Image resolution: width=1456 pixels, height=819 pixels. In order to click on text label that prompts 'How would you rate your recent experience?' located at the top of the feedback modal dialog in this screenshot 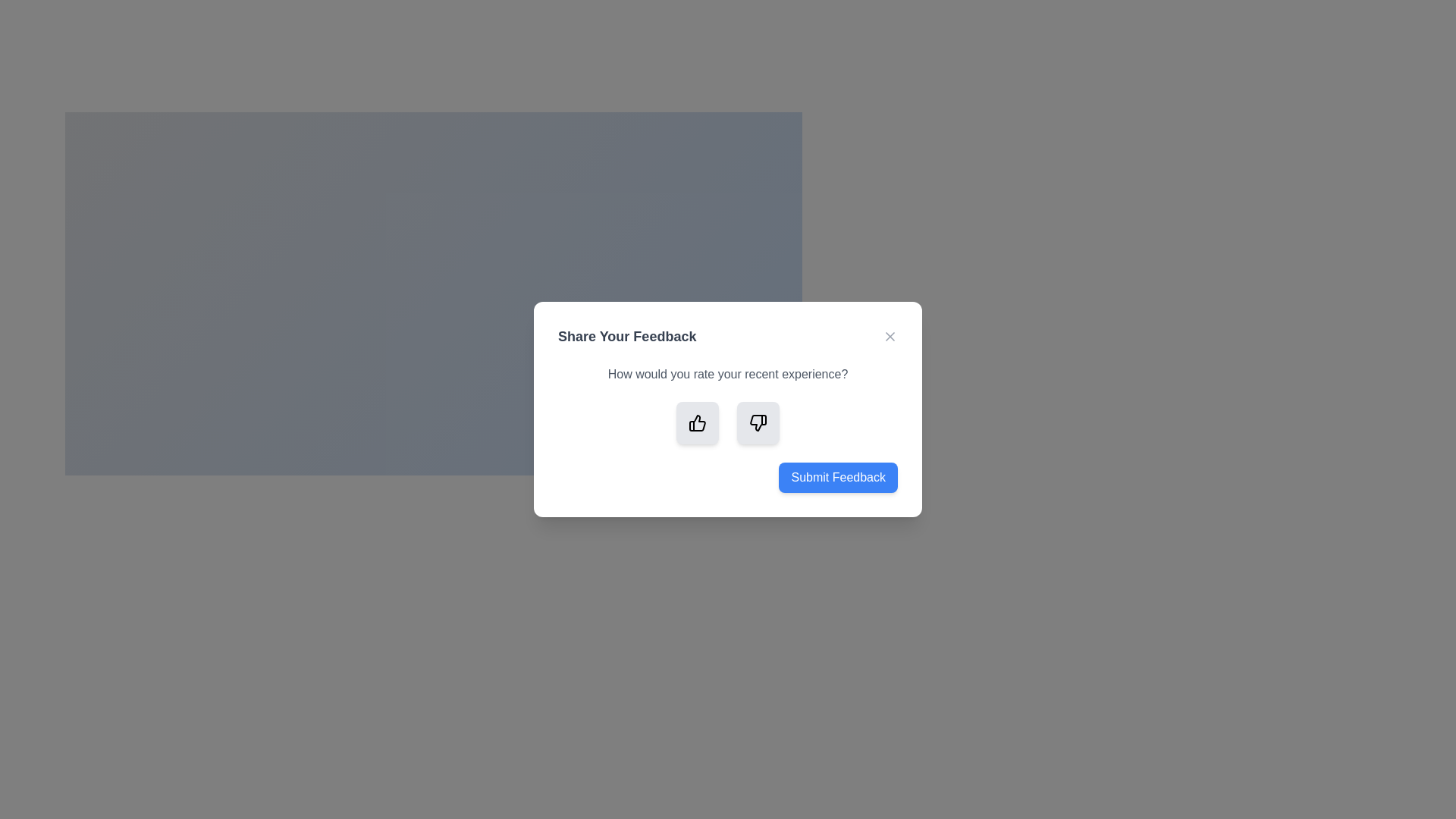, I will do `click(728, 374)`.